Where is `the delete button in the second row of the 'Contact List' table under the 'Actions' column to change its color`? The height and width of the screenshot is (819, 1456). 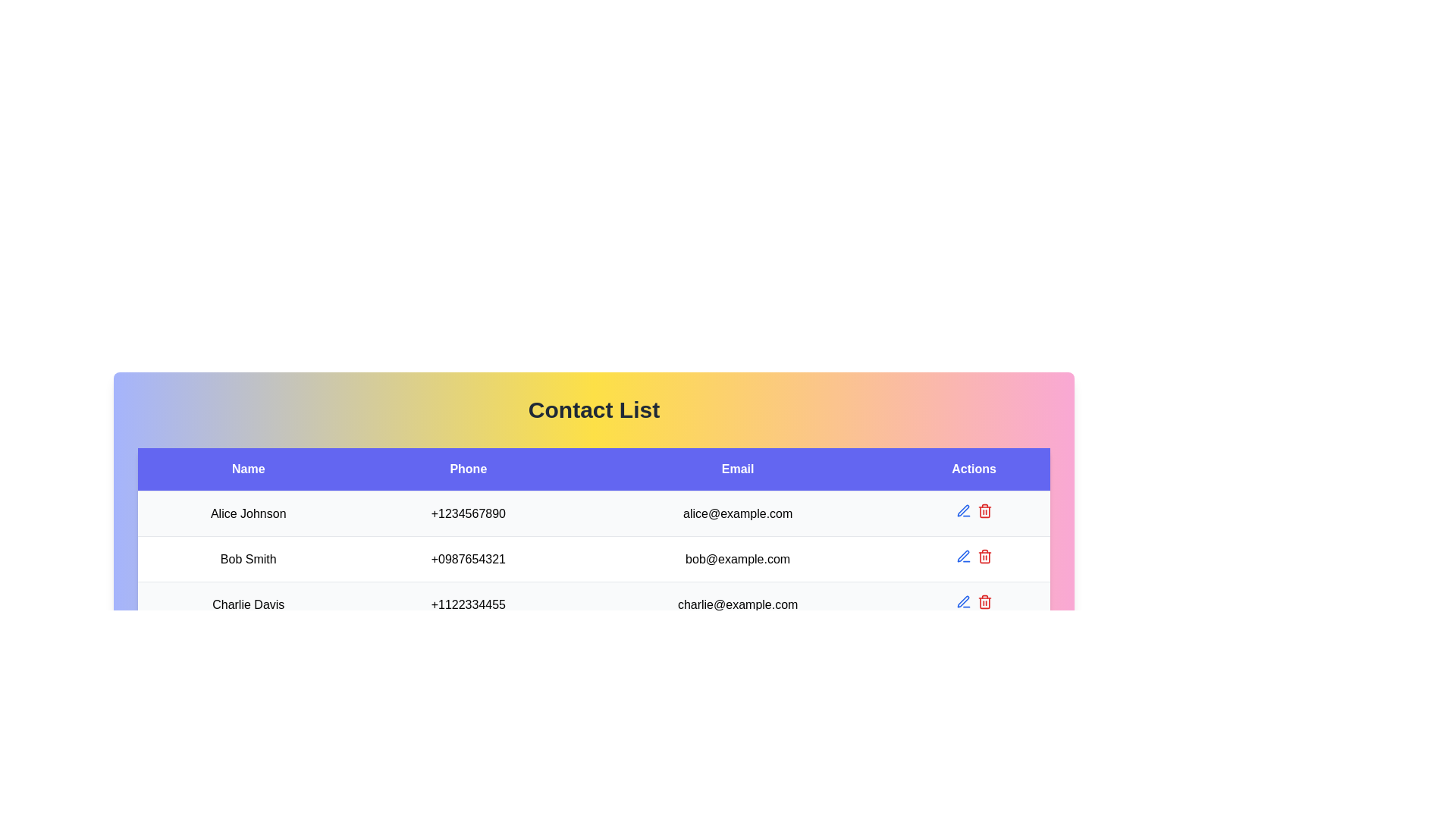 the delete button in the second row of the 'Contact List' table under the 'Actions' column to change its color is located at coordinates (984, 556).